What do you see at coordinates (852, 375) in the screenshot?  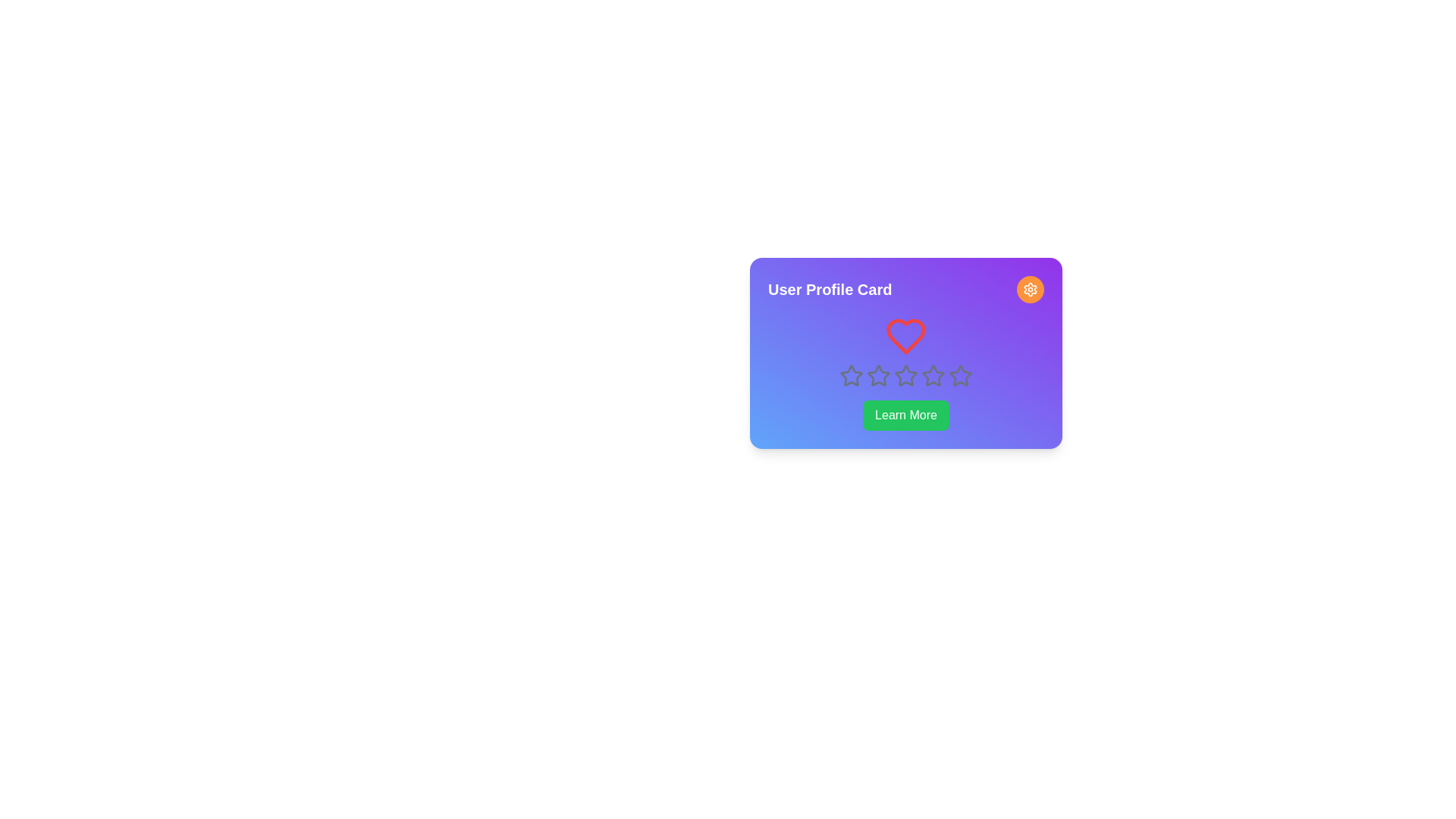 I see `the first star icon from the left in the row of five stars below the heart icon to rate it` at bounding box center [852, 375].